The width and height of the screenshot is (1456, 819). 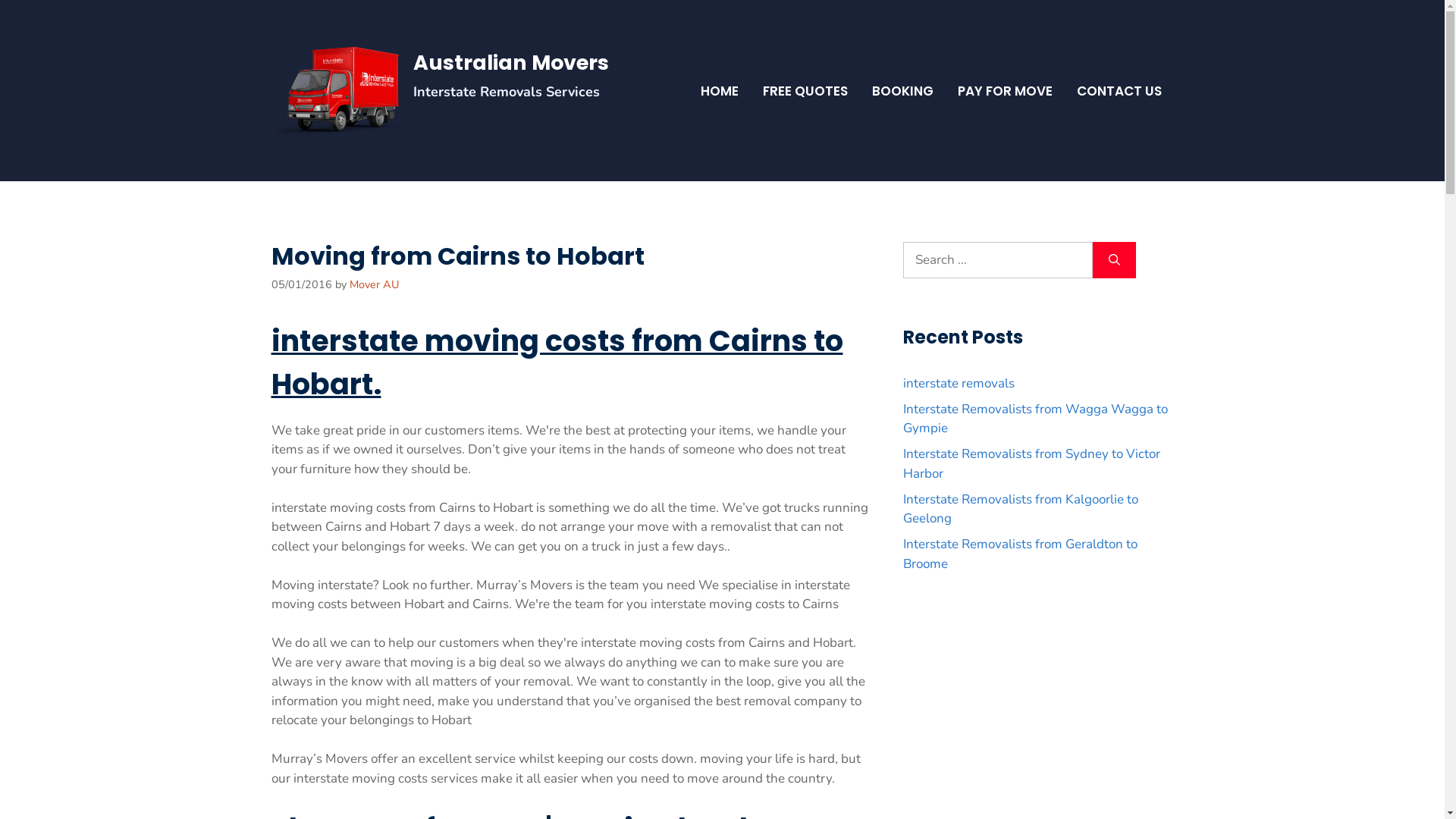 I want to click on 'Interstate Removalists from Wagga Wagga to Gympie', so click(x=1034, y=419).